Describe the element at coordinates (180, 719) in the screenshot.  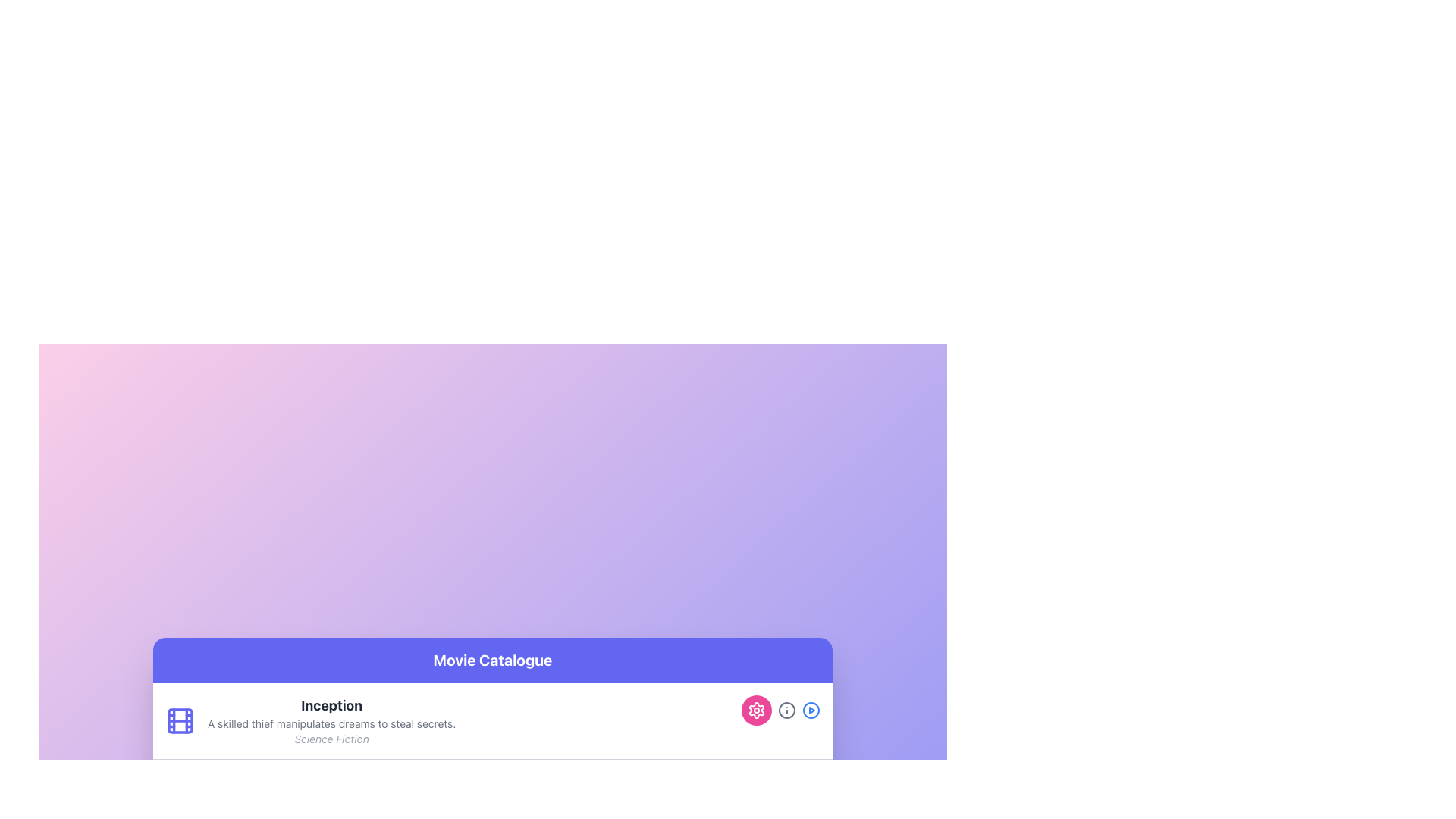
I see `the decorative graphic component that is part of the film reel icon located at the top-left corner of the movie description card for 'Inception'` at that location.